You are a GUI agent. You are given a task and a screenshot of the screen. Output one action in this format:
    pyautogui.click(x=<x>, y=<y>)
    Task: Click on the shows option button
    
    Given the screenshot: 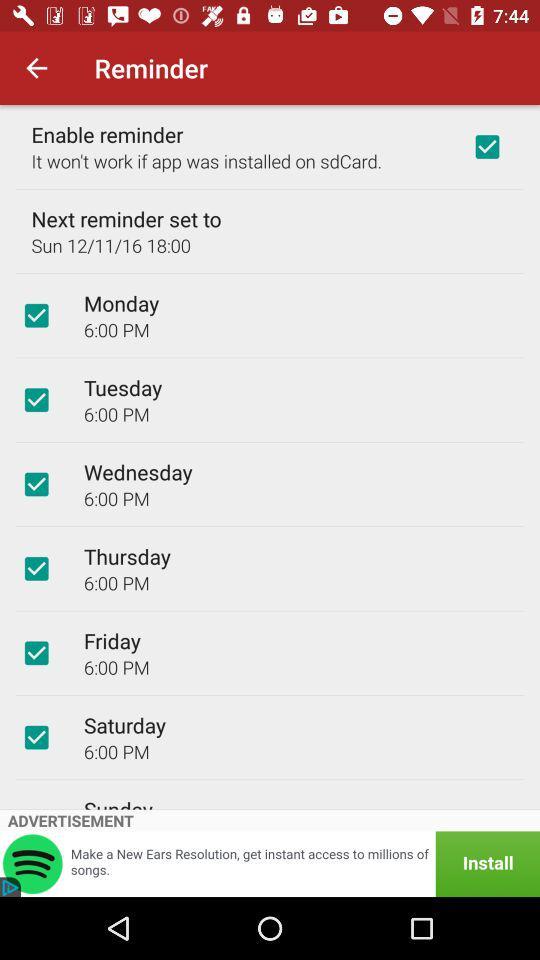 What is the action you would take?
    pyautogui.click(x=36, y=399)
    